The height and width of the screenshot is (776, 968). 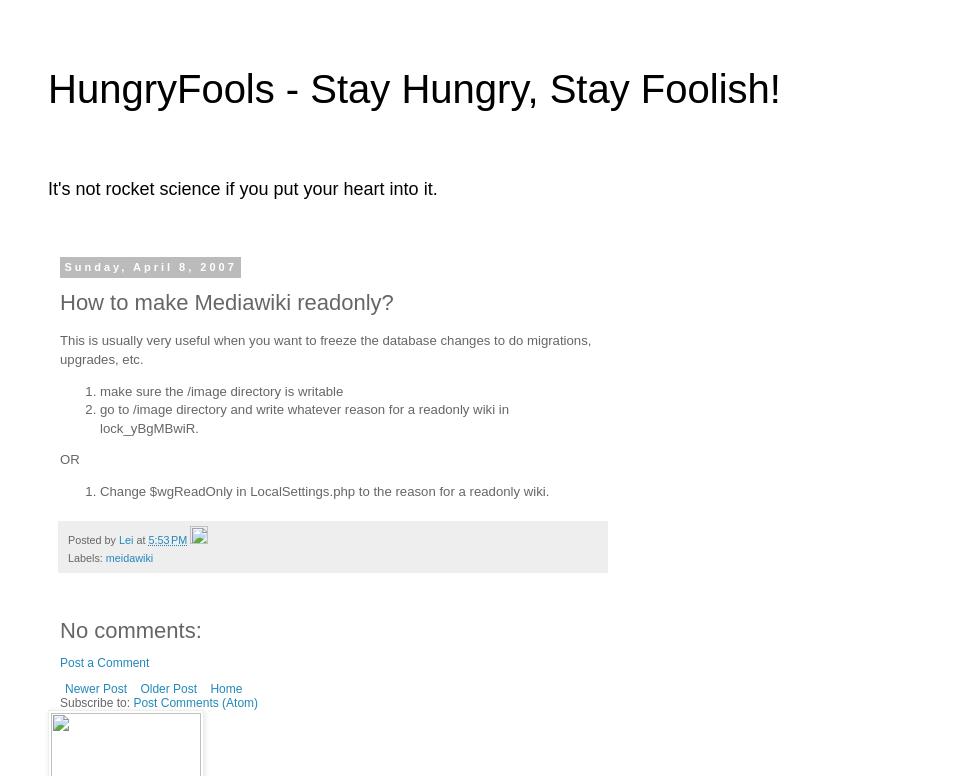 What do you see at coordinates (125, 539) in the screenshot?
I see `'Lei'` at bounding box center [125, 539].